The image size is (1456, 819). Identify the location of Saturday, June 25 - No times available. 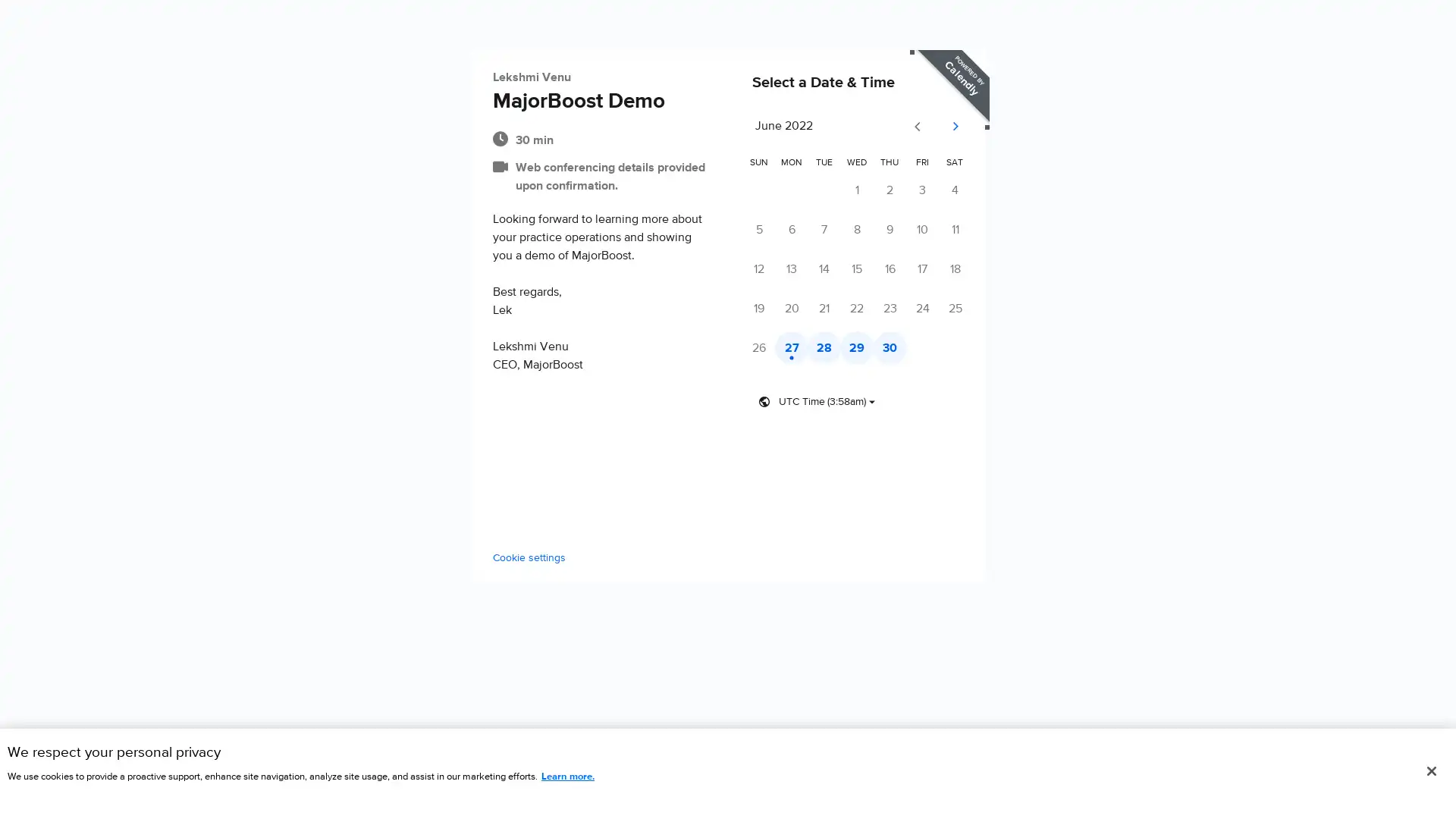
(996, 309).